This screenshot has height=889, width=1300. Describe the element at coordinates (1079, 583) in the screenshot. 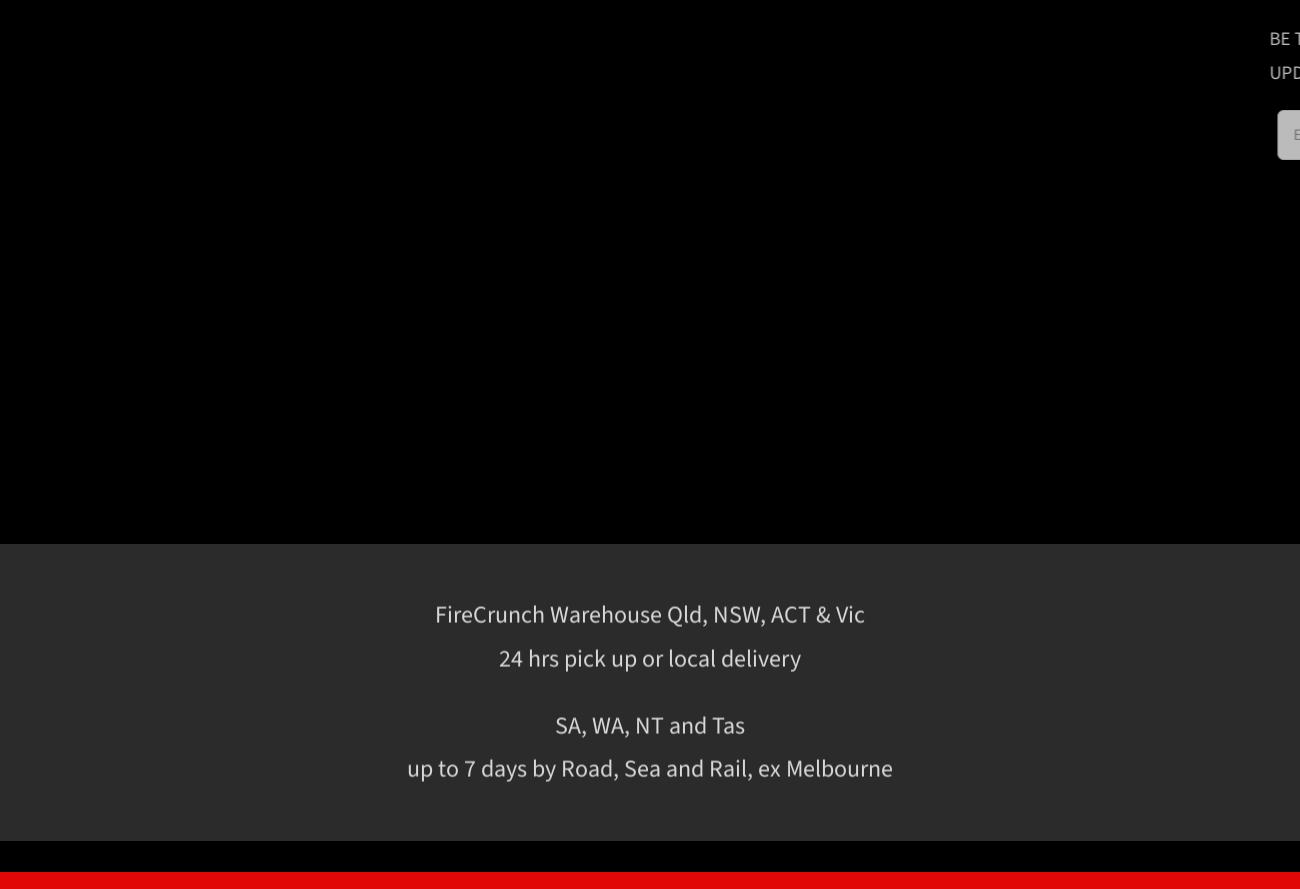

I see `'Professions'` at that location.